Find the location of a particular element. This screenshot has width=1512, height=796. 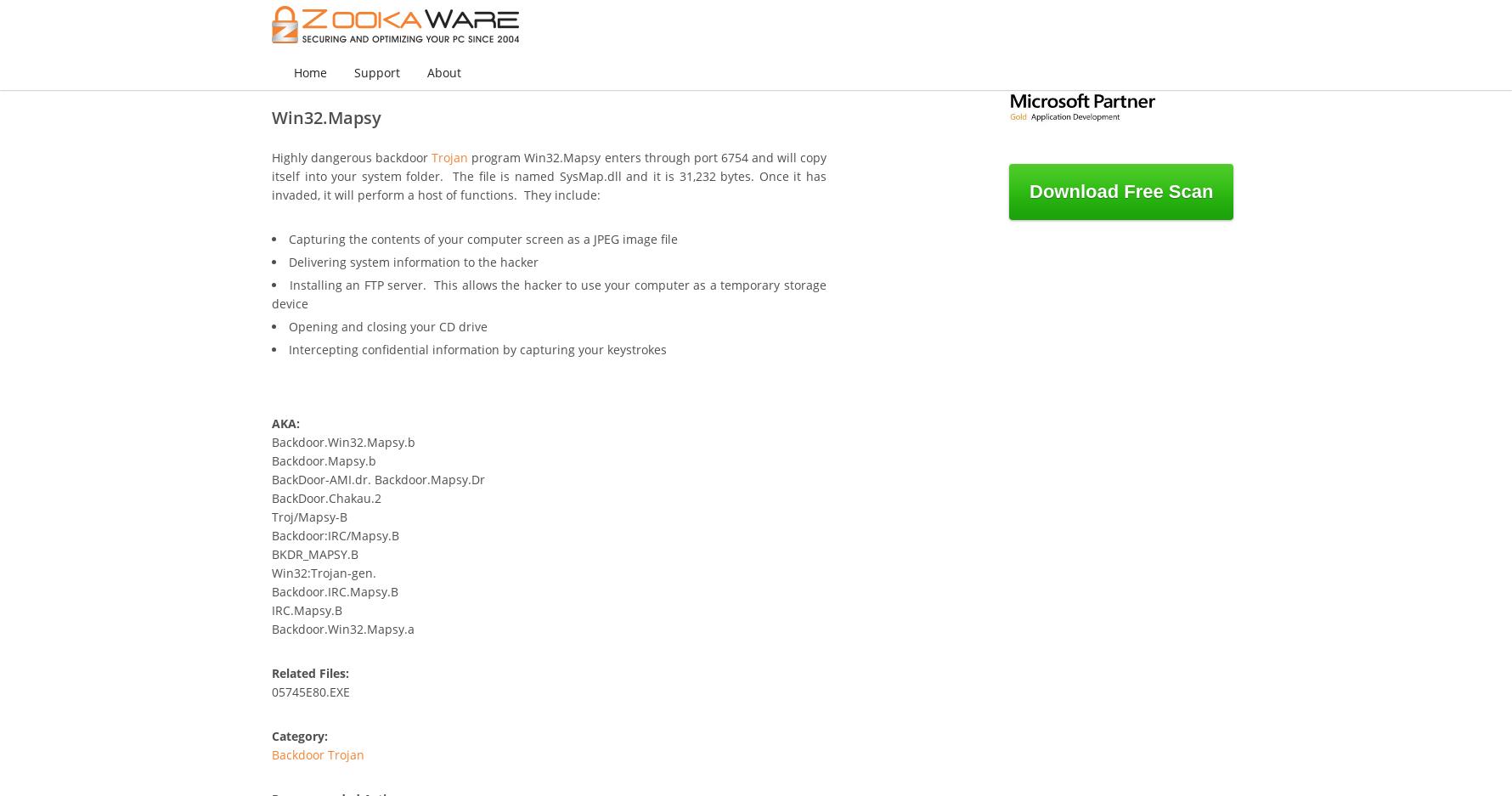

'Backdoor Trojan' is located at coordinates (272, 754).